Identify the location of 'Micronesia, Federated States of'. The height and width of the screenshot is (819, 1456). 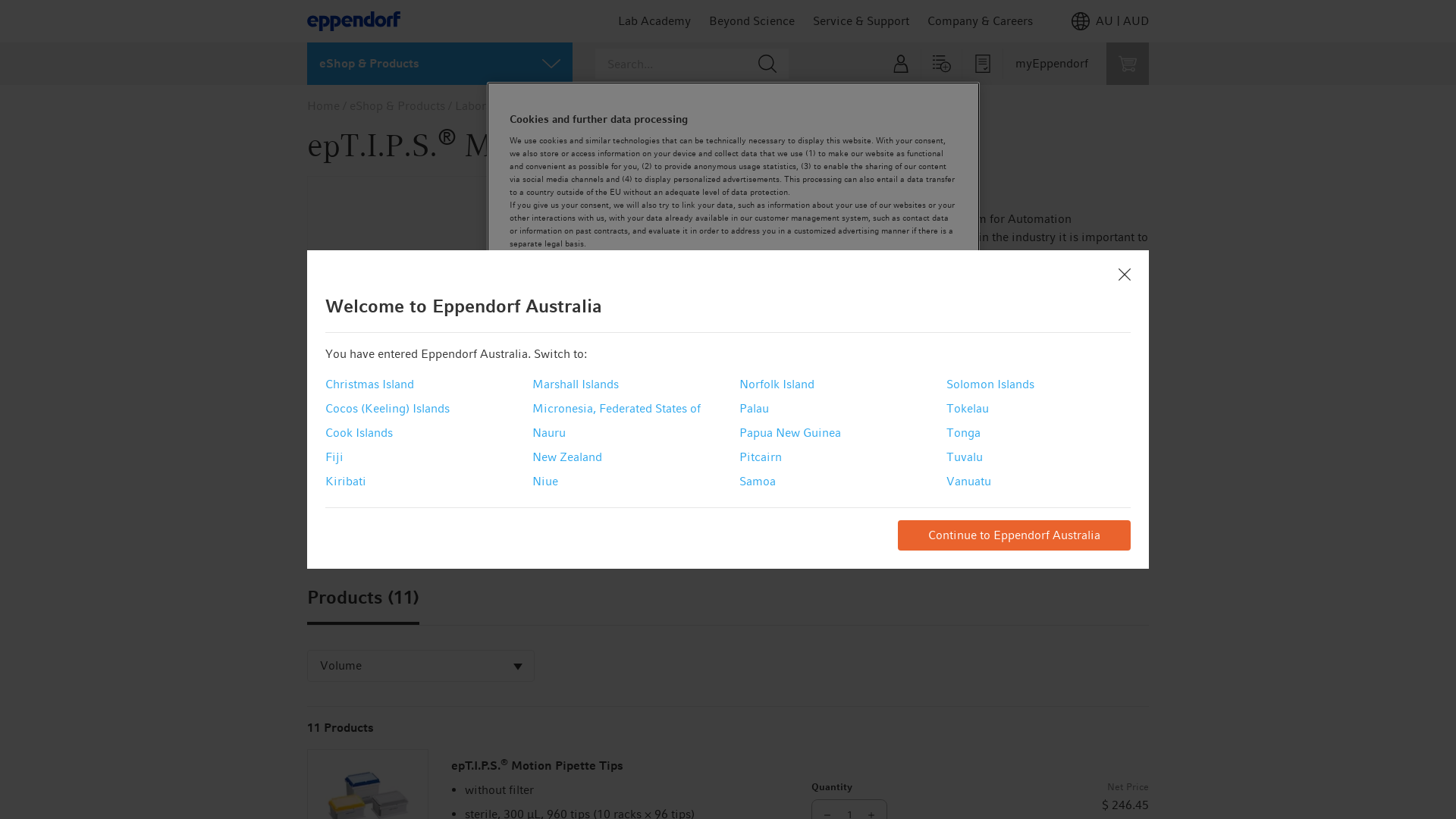
(616, 408).